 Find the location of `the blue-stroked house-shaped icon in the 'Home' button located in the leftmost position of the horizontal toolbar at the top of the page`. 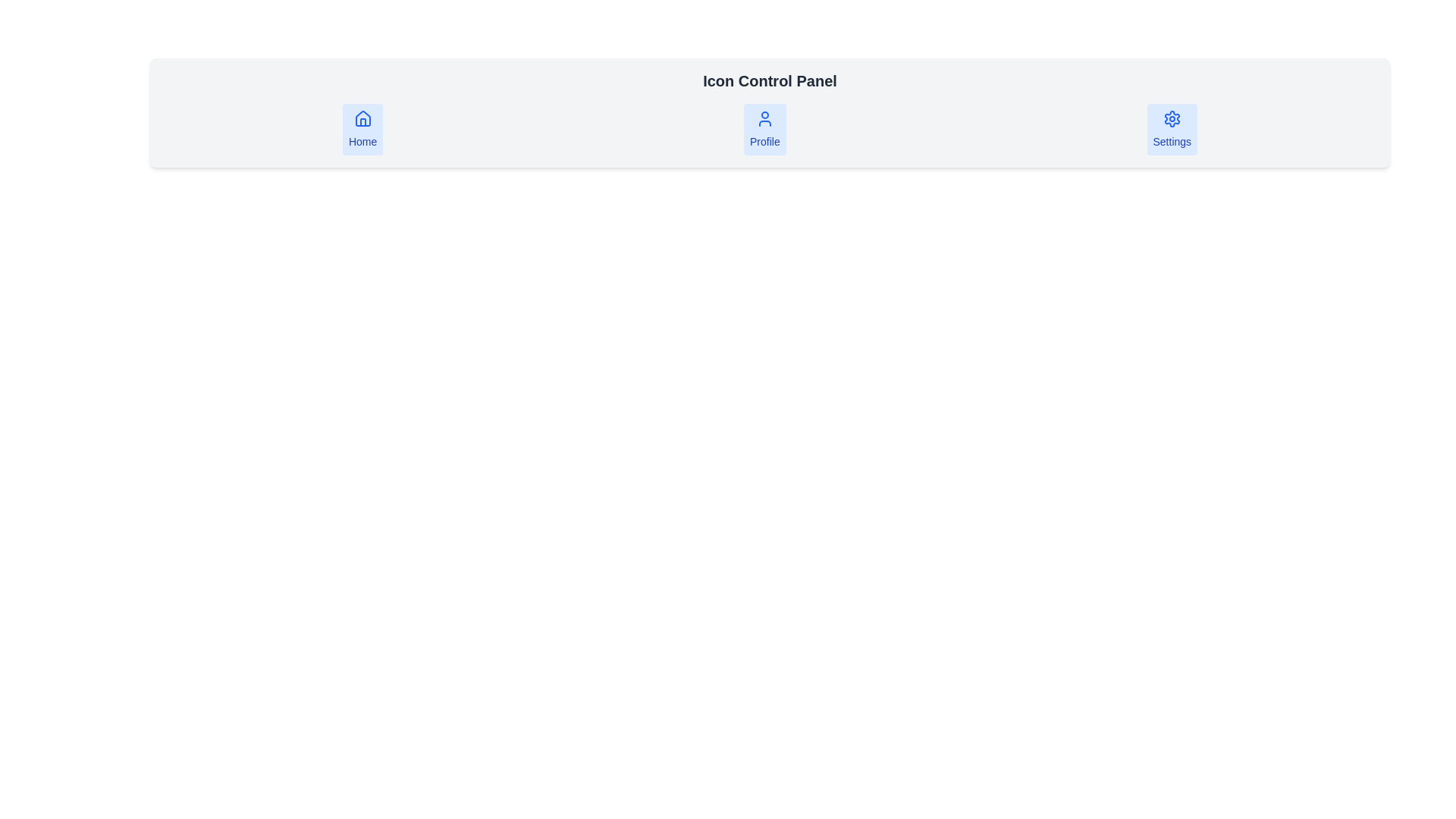

the blue-stroked house-shaped icon in the 'Home' button located in the leftmost position of the horizontal toolbar at the top of the page is located at coordinates (362, 118).